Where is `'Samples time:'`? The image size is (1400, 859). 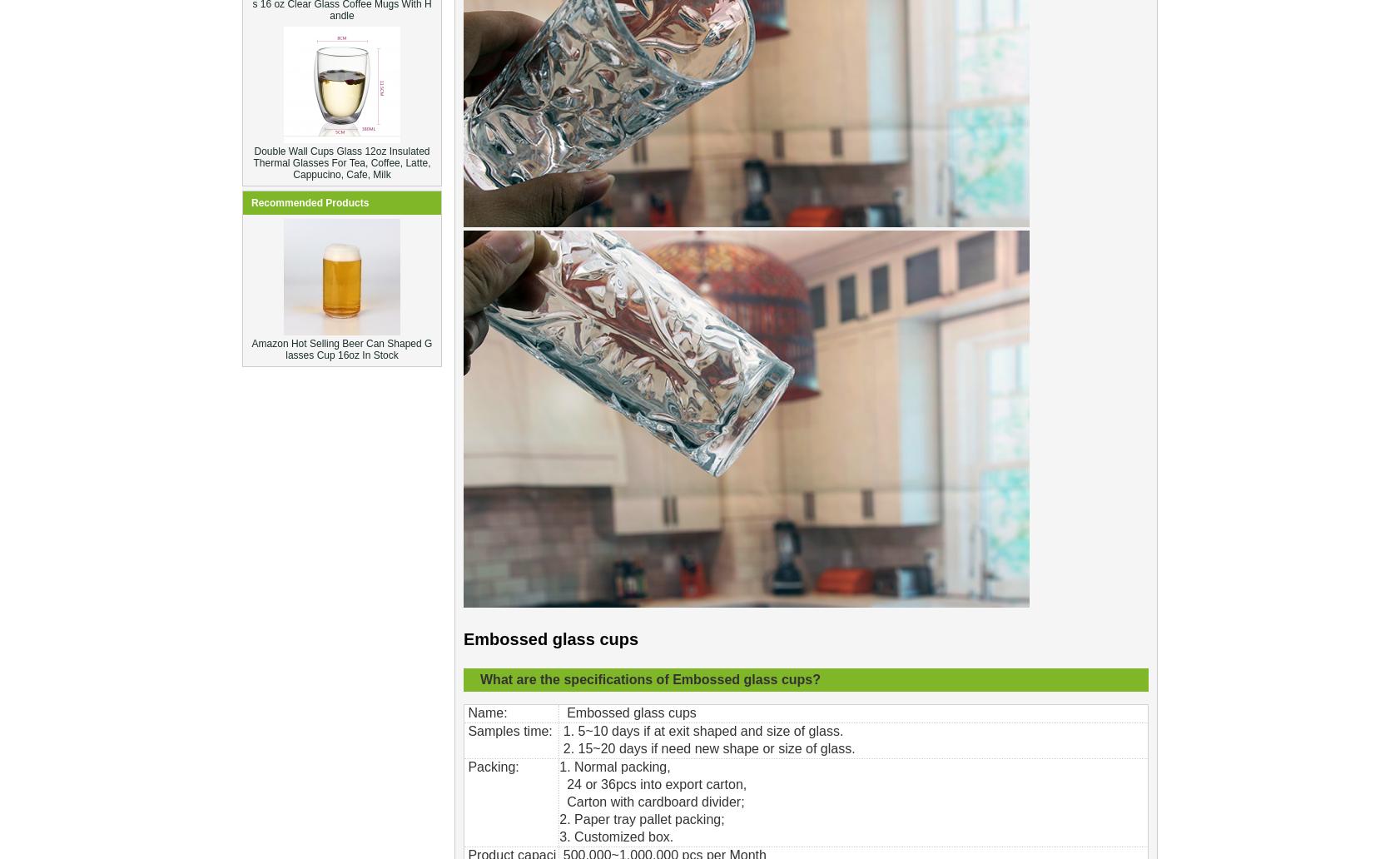 'Samples time:' is located at coordinates (464, 731).